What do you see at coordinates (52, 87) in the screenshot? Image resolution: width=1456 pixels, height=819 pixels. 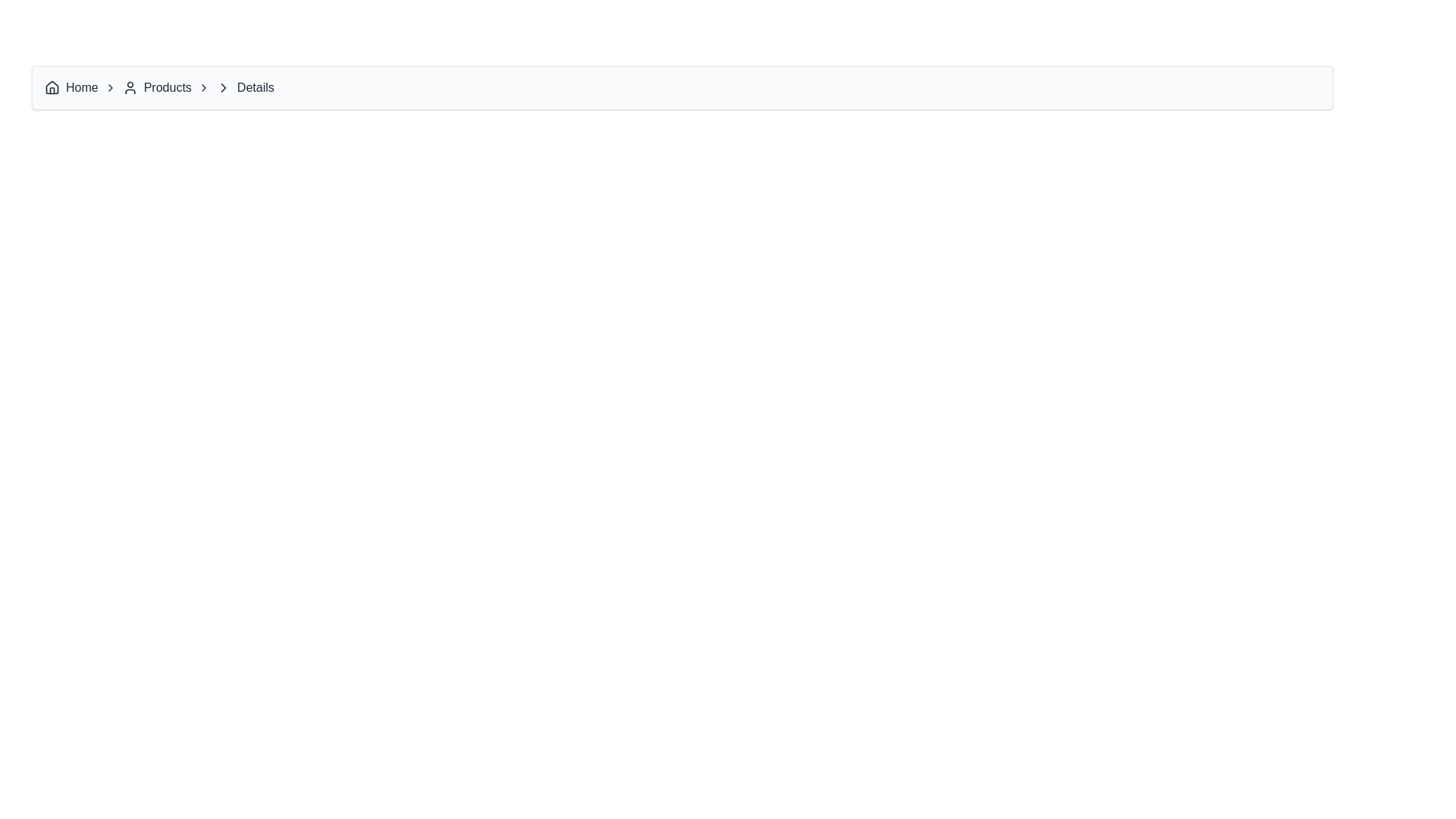 I see `the 'Home' icon element, which is a house icon serving as a visual indicator for navigating to the home page` at bounding box center [52, 87].